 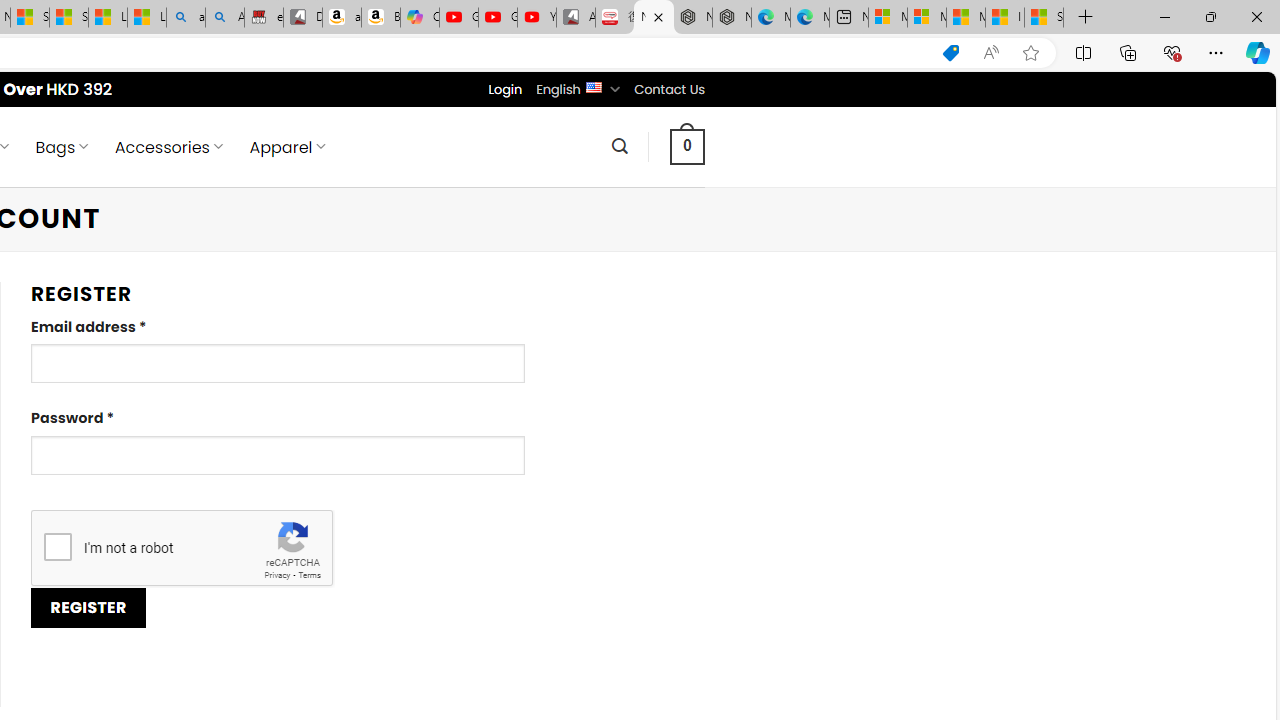 I want to click on 'This site has coupons! Shopping in Microsoft Edge', so click(x=950, y=52).